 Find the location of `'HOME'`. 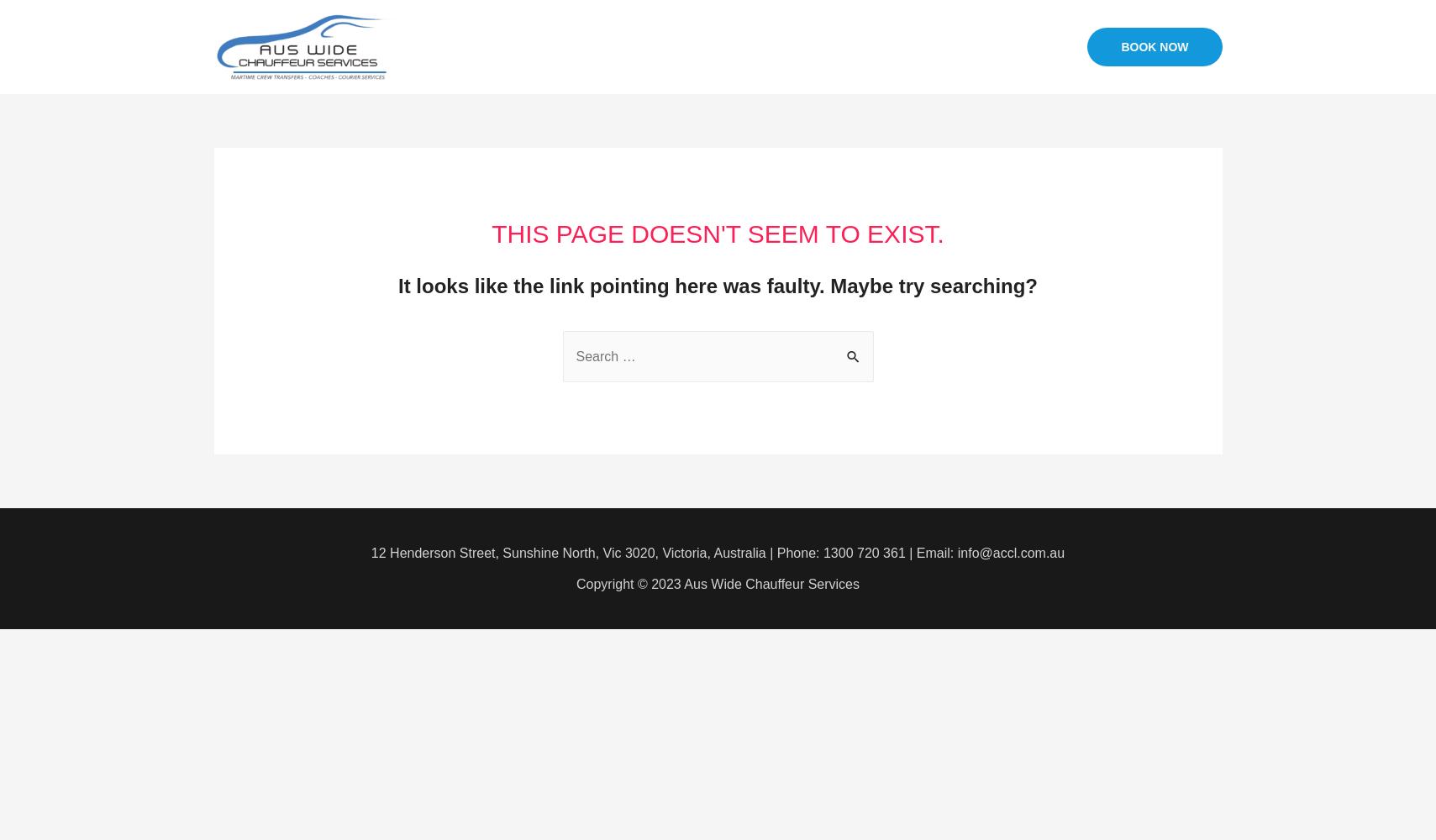

'HOME' is located at coordinates (666, 46).